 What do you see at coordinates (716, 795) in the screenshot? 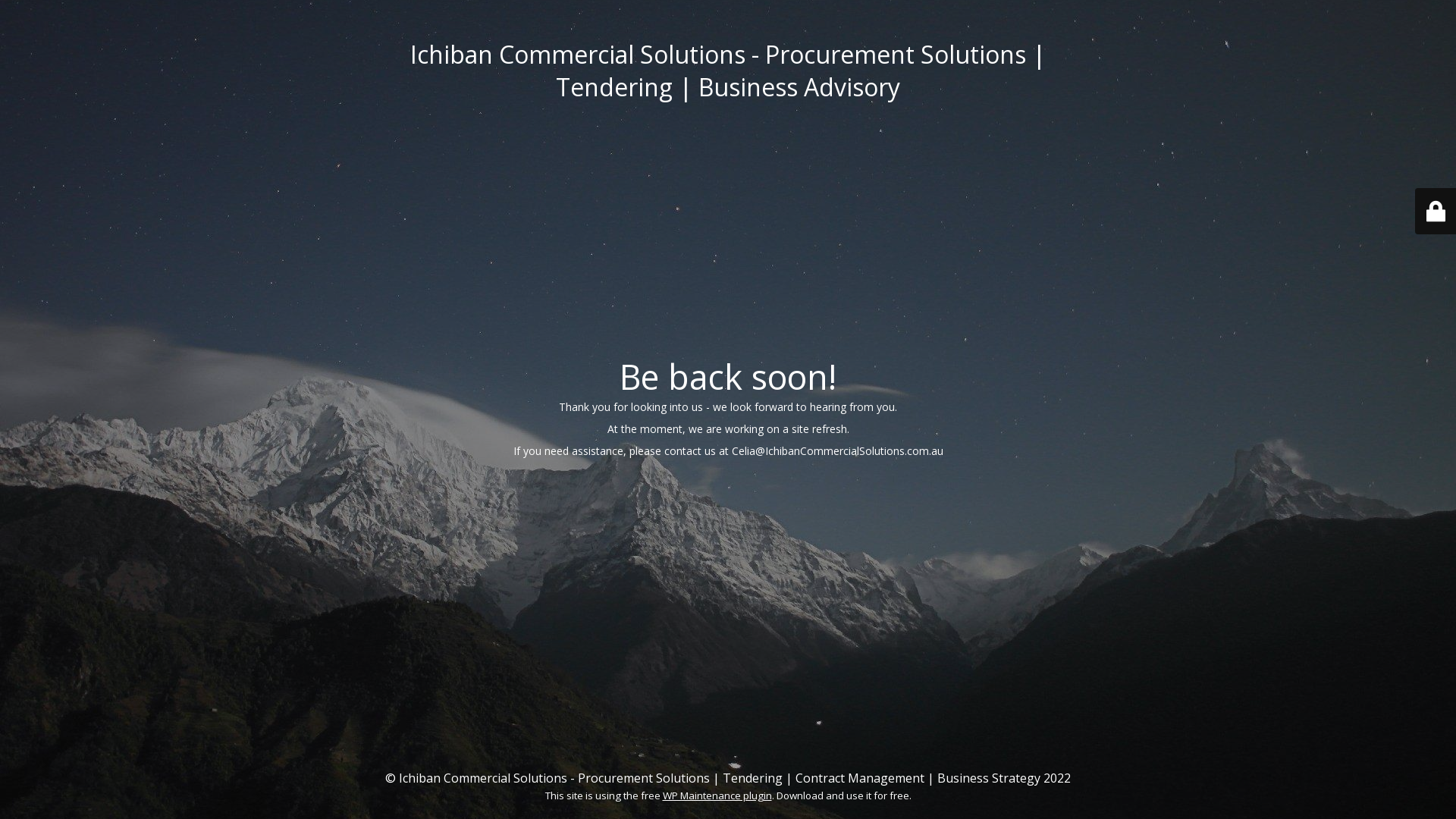
I see `'WP Maintenance plugin'` at bounding box center [716, 795].